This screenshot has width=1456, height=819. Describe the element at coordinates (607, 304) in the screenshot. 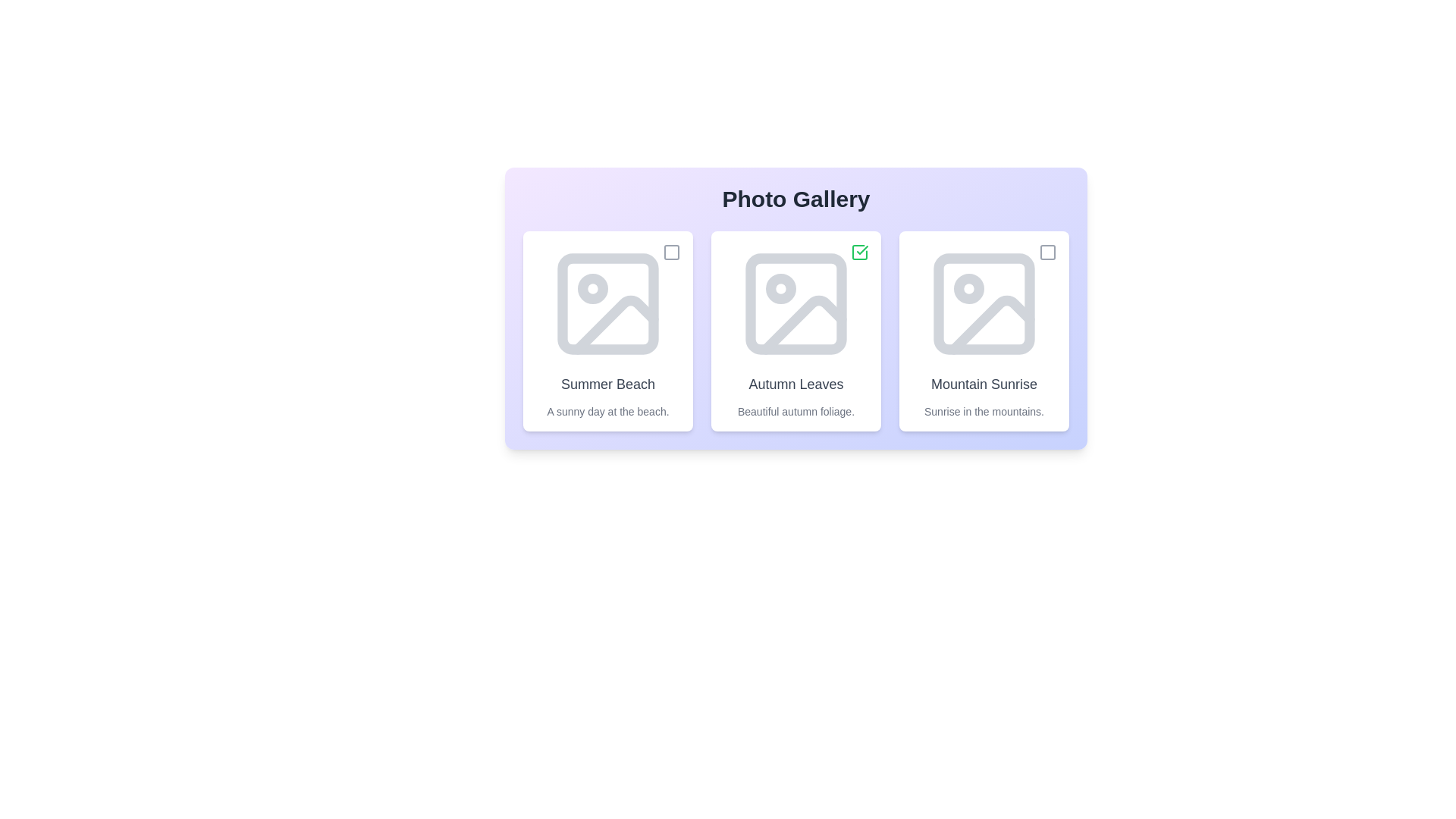

I see `the placeholder image of the photo labeled Summer Beach` at that location.